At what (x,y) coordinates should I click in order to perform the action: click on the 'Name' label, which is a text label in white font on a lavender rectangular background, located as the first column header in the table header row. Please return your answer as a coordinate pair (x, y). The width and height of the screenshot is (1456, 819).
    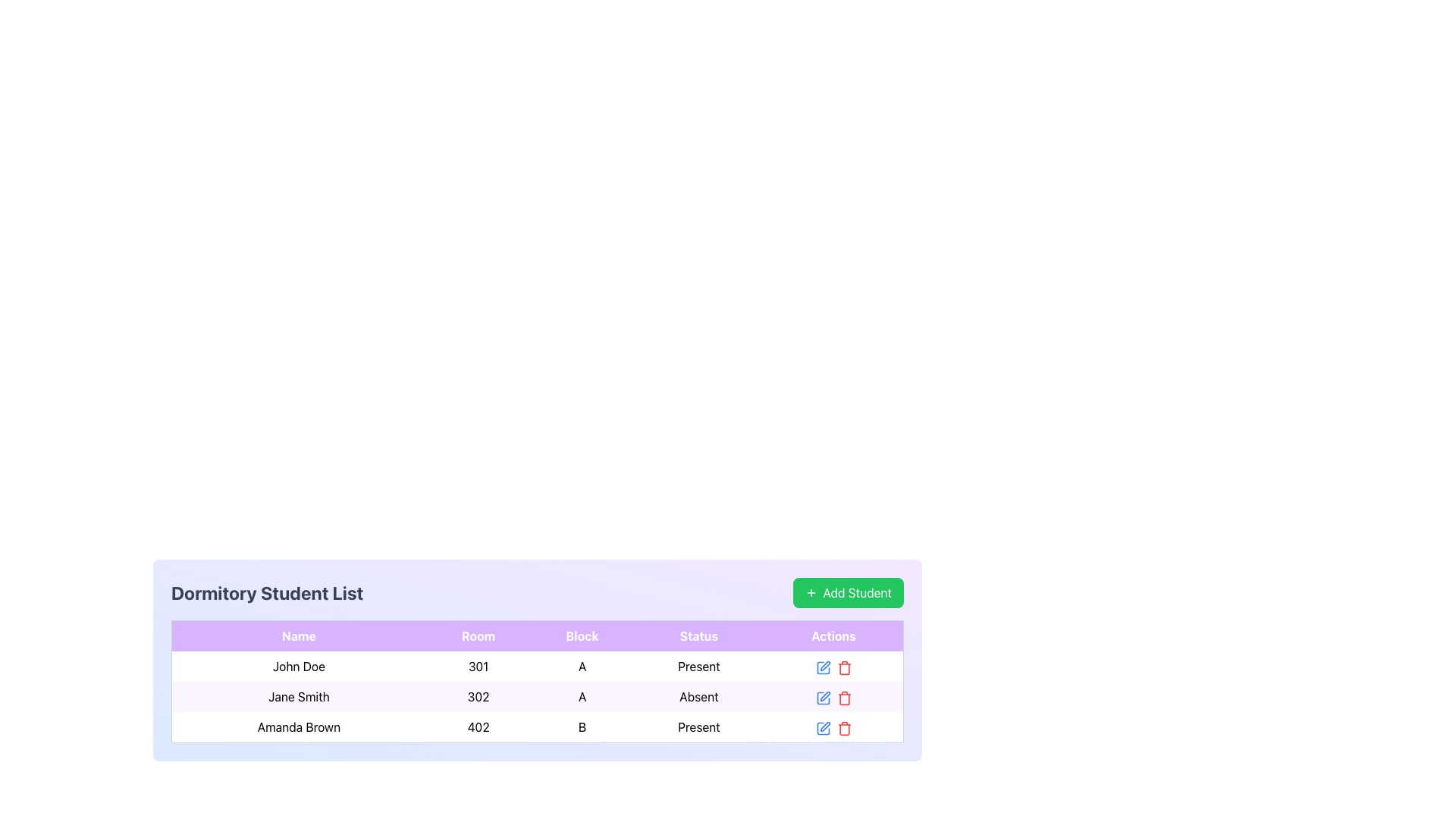
    Looking at the image, I should click on (299, 635).